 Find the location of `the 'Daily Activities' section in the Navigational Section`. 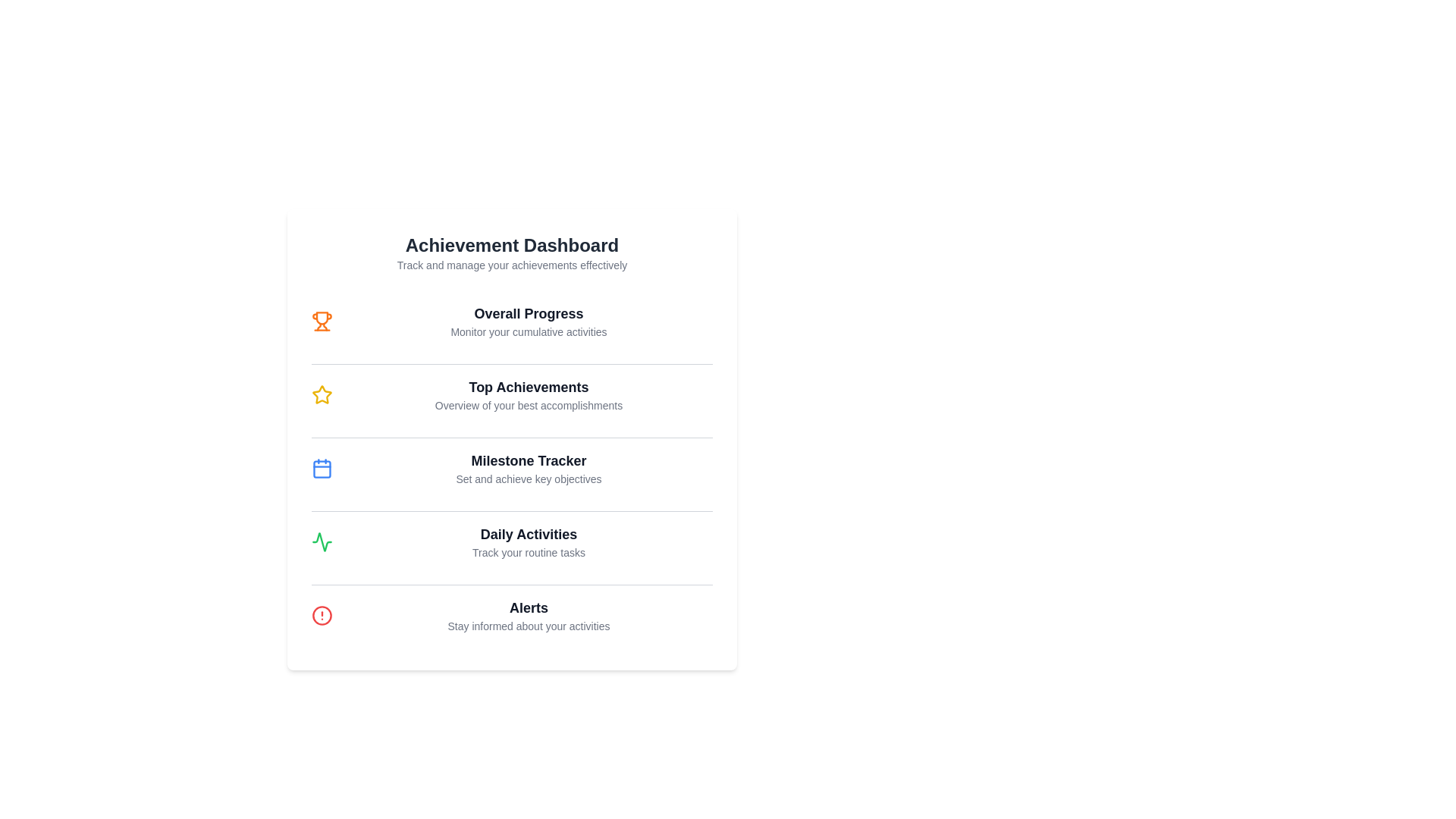

the 'Daily Activities' section in the Navigational Section is located at coordinates (512, 541).